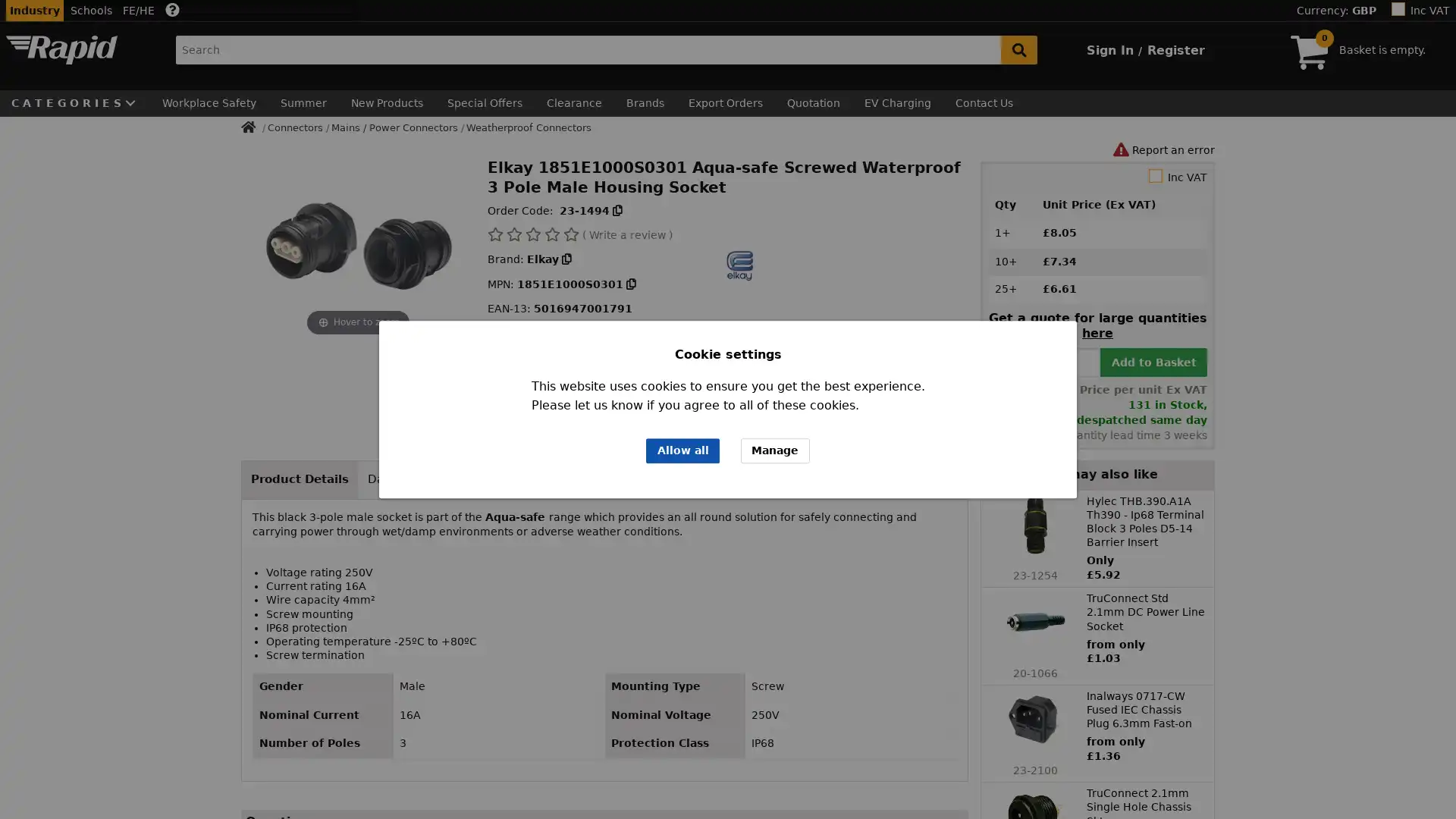 The height and width of the screenshot is (819, 1456). I want to click on Allow all, so click(682, 450).